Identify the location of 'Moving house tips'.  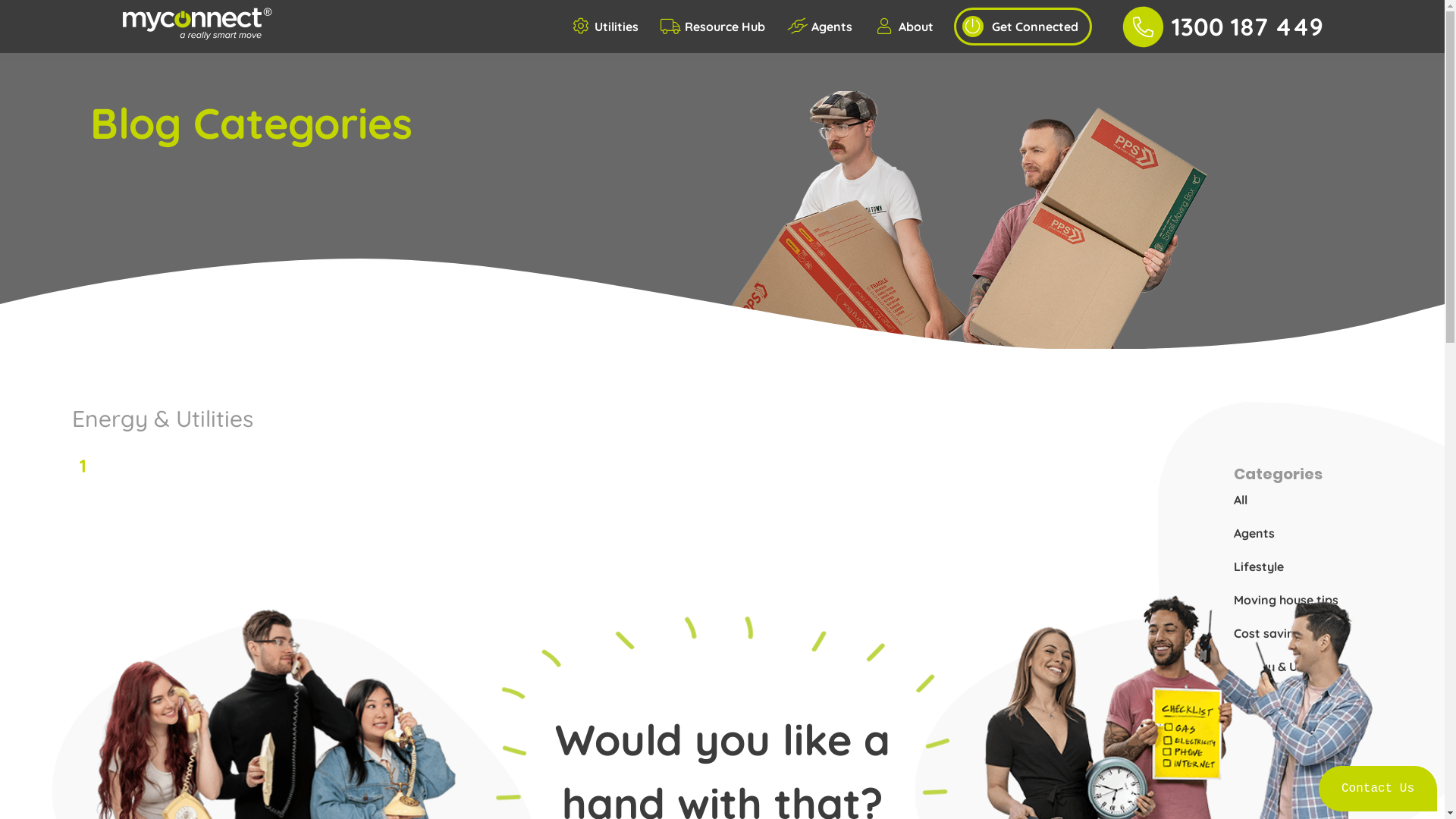
(1285, 598).